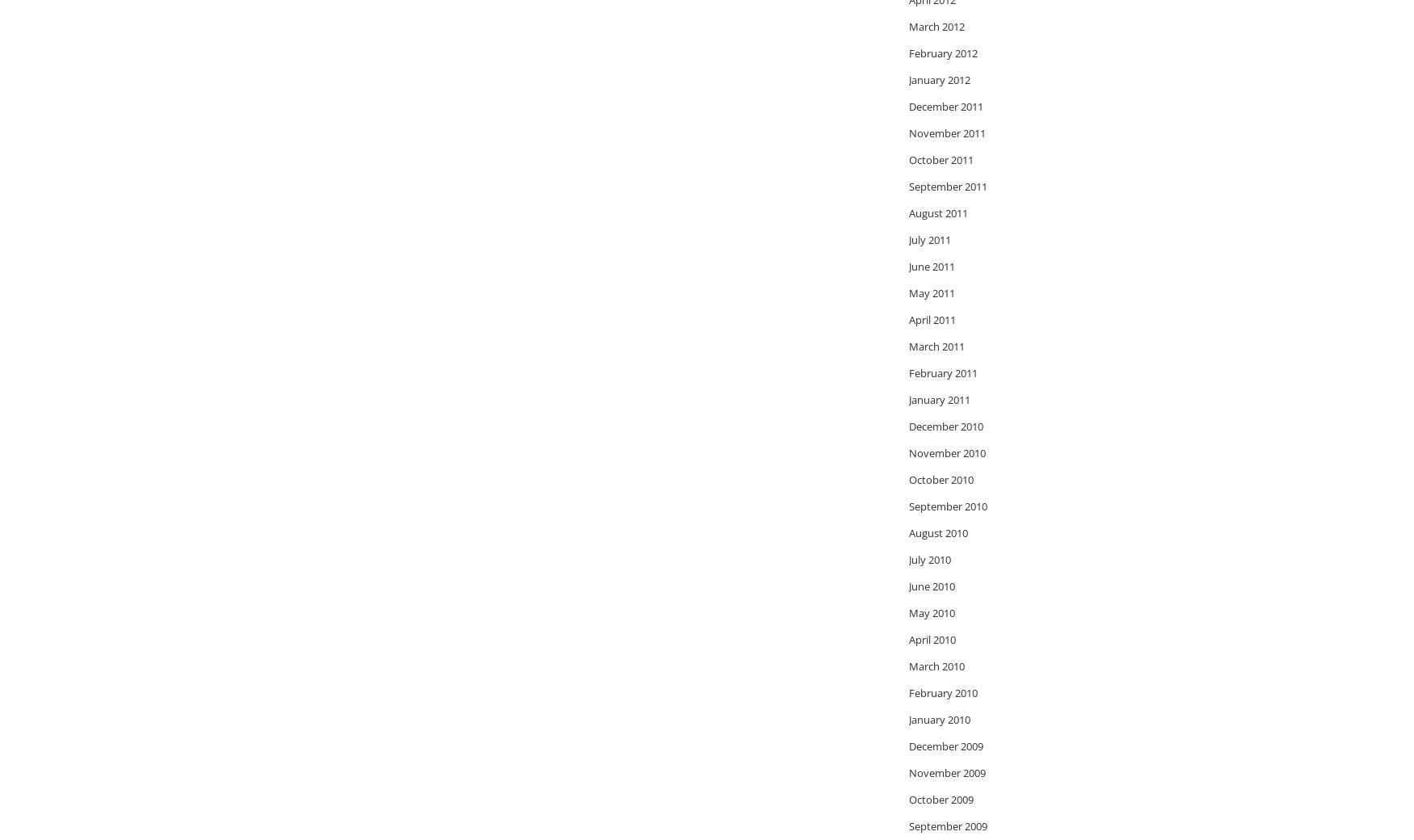 The image size is (1414, 840). I want to click on 'December 2009', so click(945, 745).